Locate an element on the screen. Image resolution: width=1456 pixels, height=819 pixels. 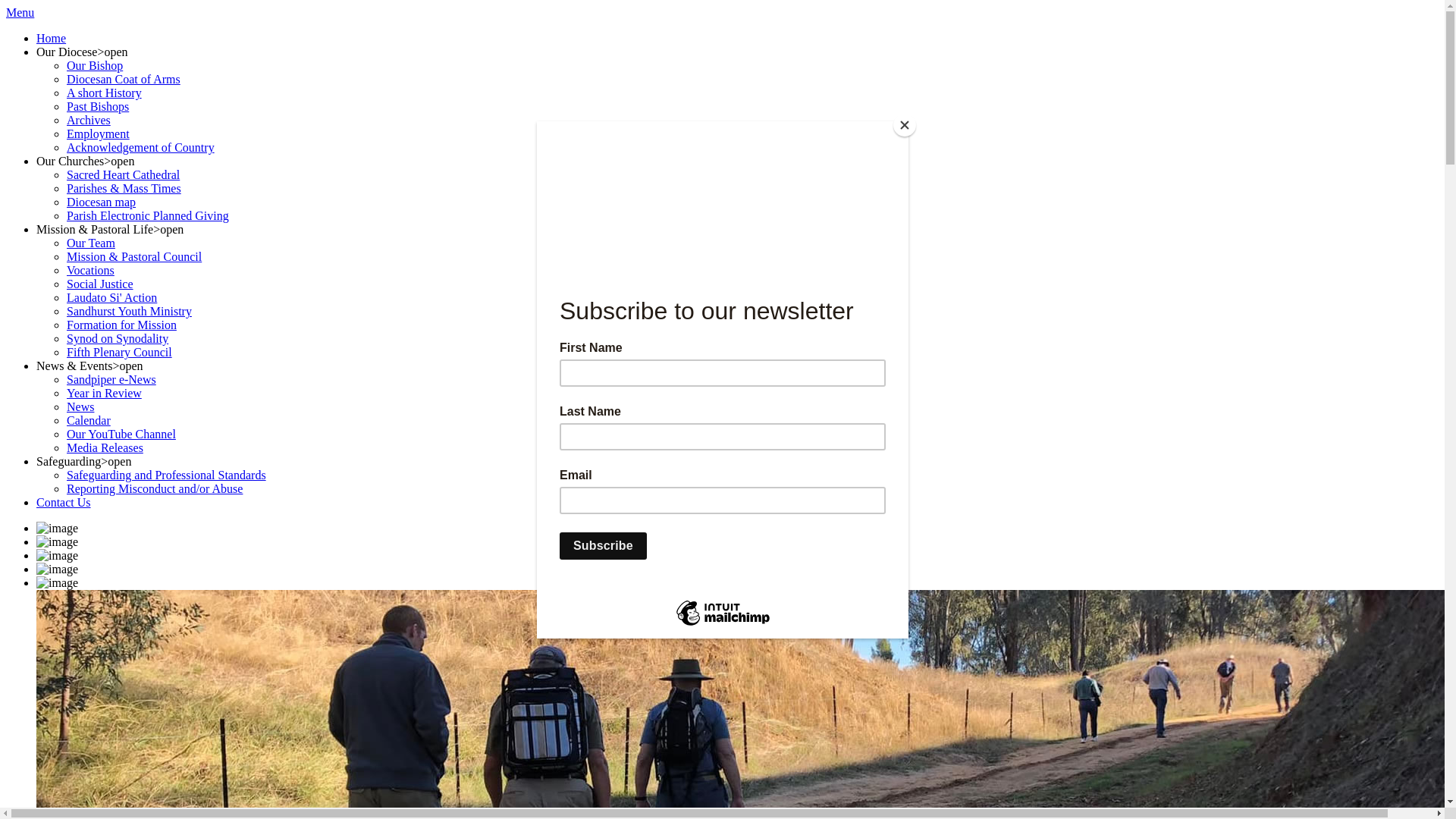
'Synod on Synodality' is located at coordinates (116, 337).